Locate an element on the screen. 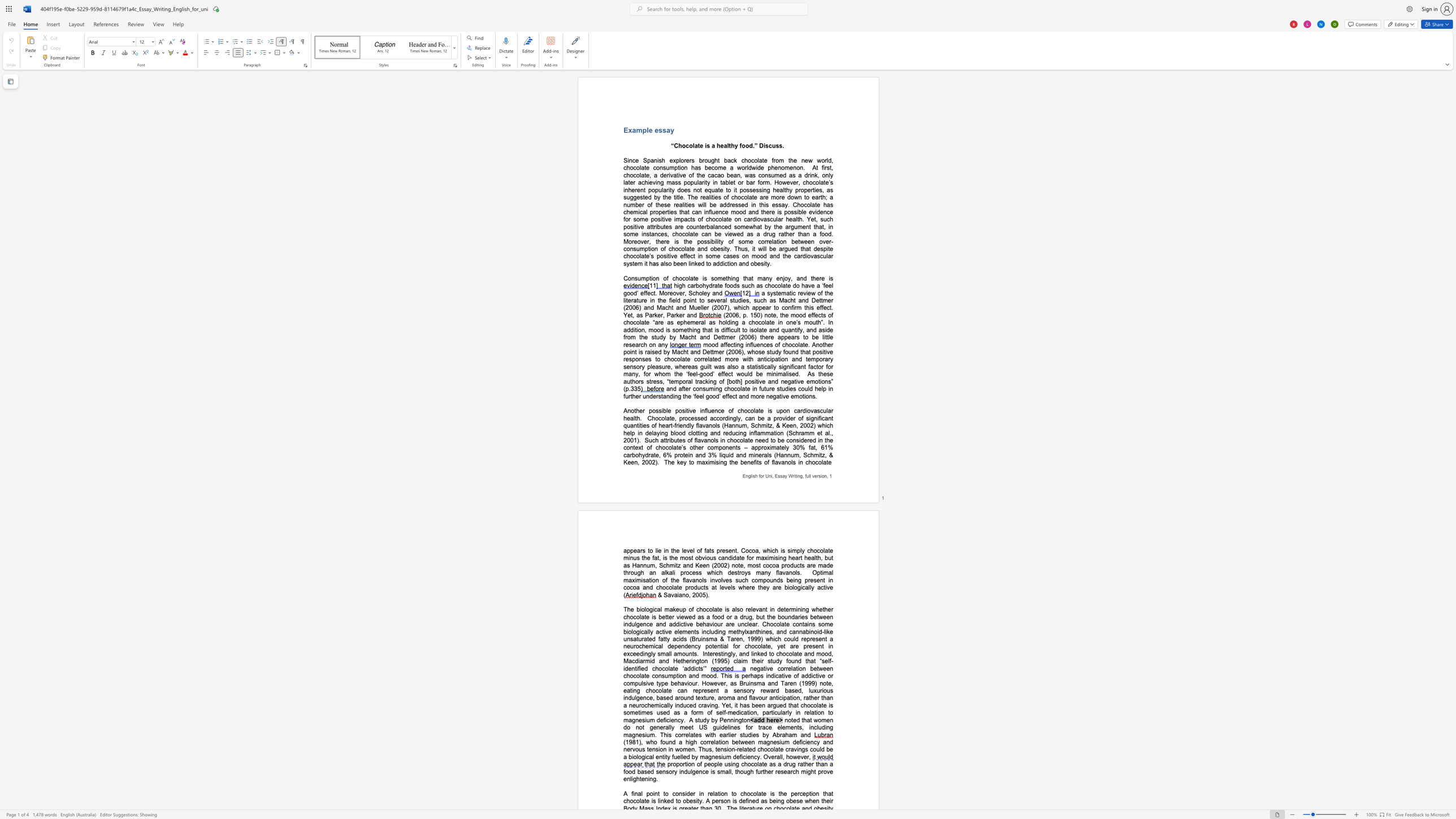 This screenshot has height=819, width=1456. the 1th character "K" in the text is located at coordinates (784, 425).